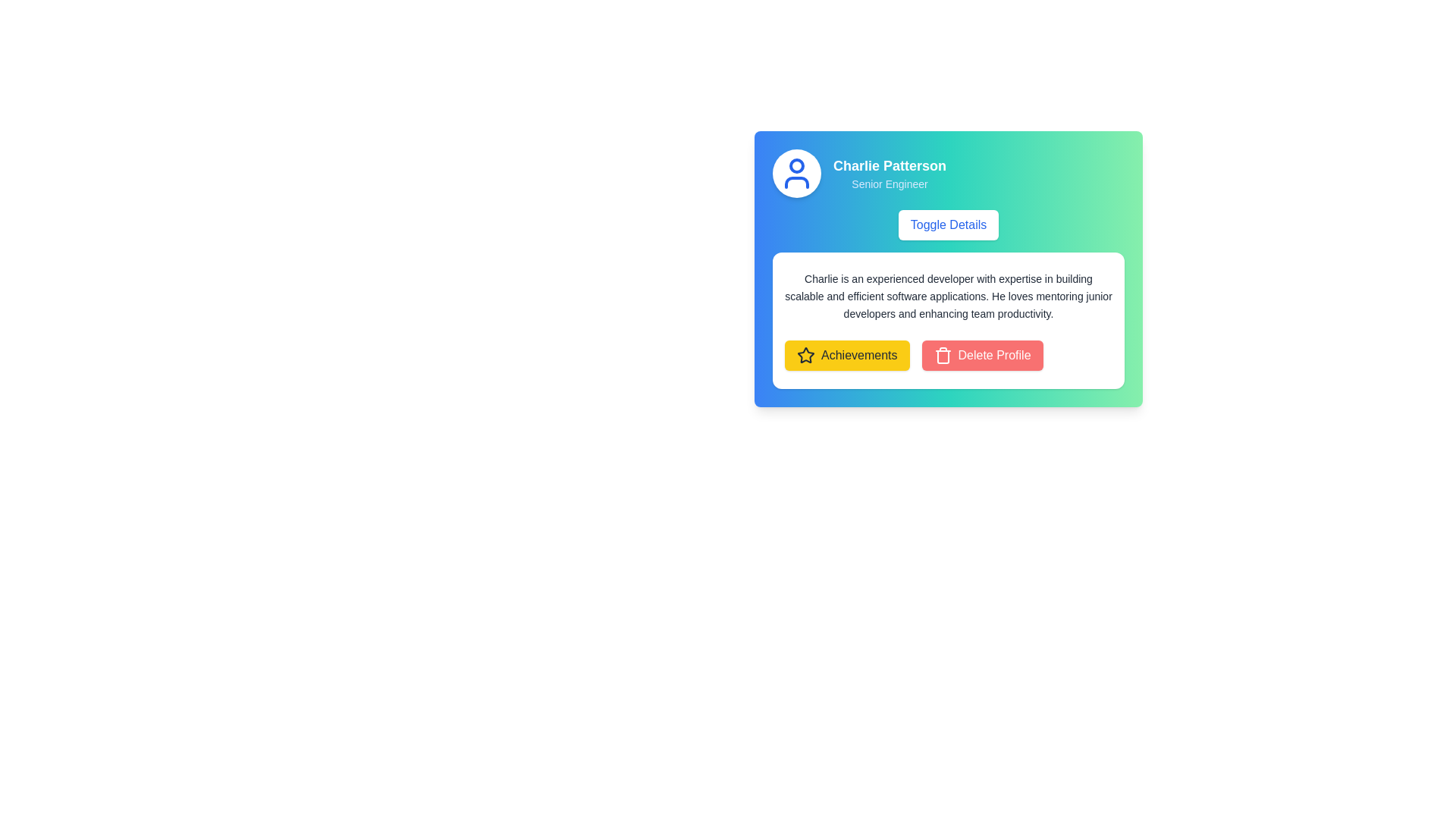 The width and height of the screenshot is (1456, 819). I want to click on the action button text that initiates the deletion of the user's profile, located to the right of the yellow 'Achievements' button in the lower-right region of the profile details card, so click(994, 356).